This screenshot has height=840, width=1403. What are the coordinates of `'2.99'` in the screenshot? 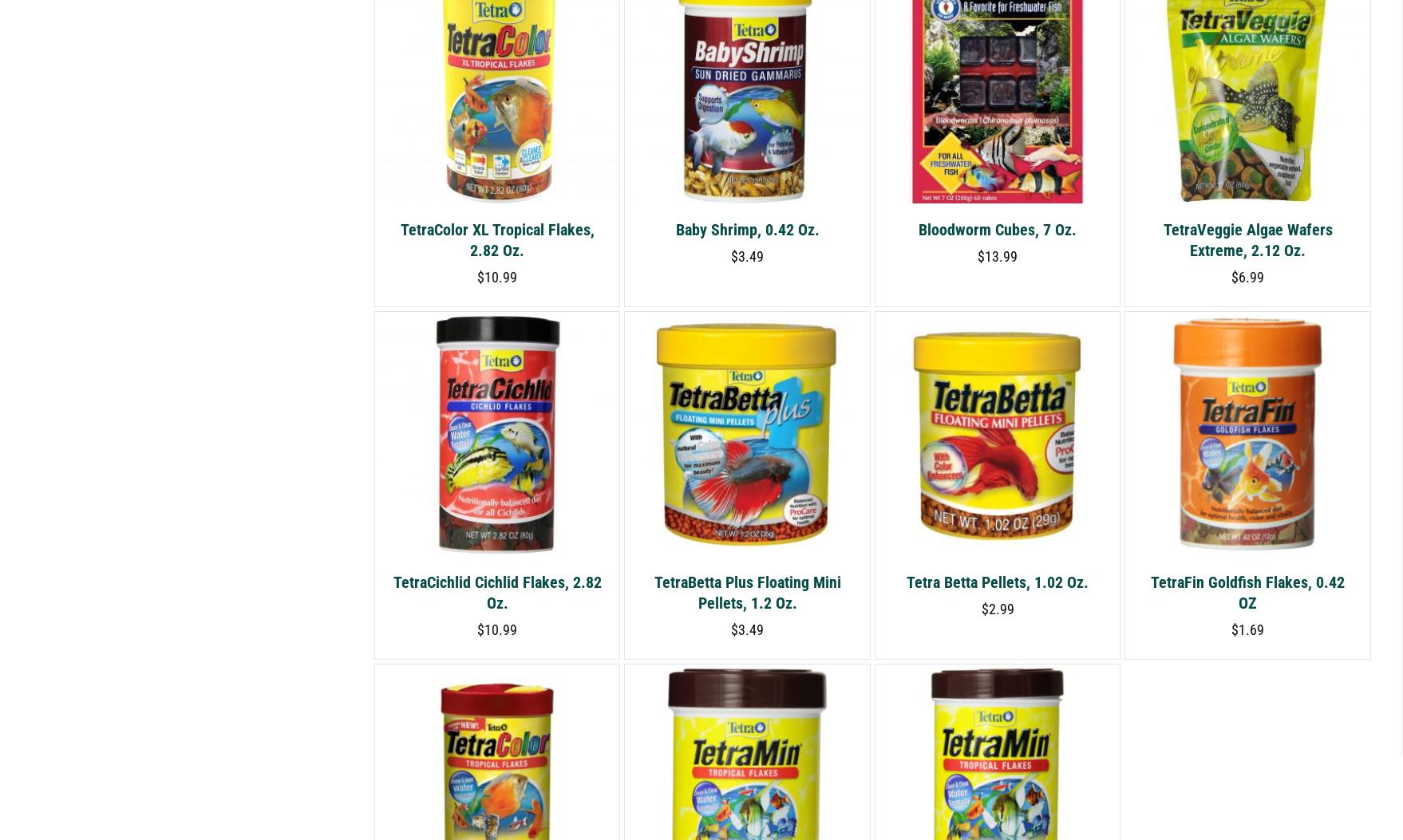 It's located at (1000, 608).